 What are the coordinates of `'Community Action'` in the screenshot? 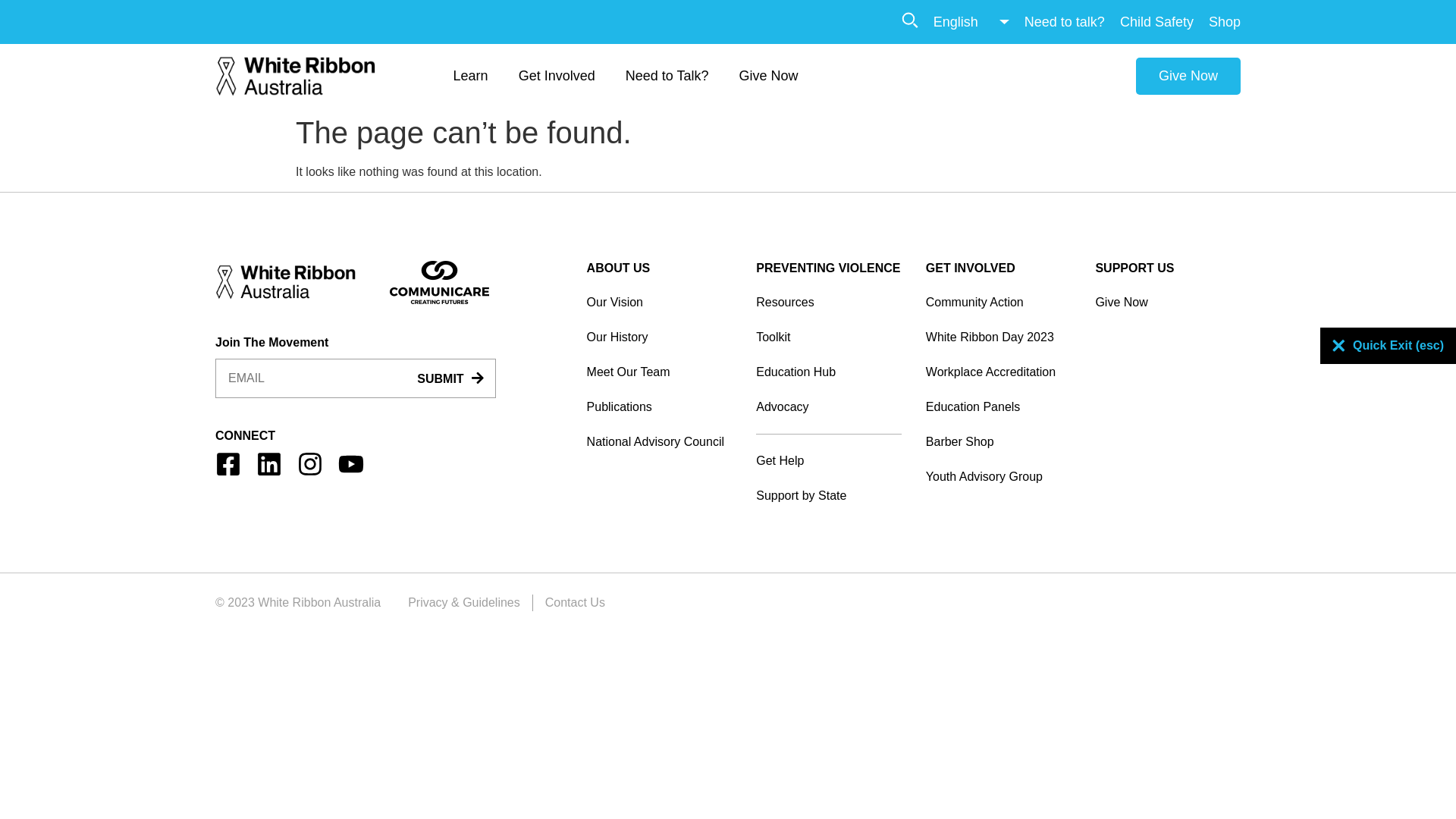 It's located at (998, 302).